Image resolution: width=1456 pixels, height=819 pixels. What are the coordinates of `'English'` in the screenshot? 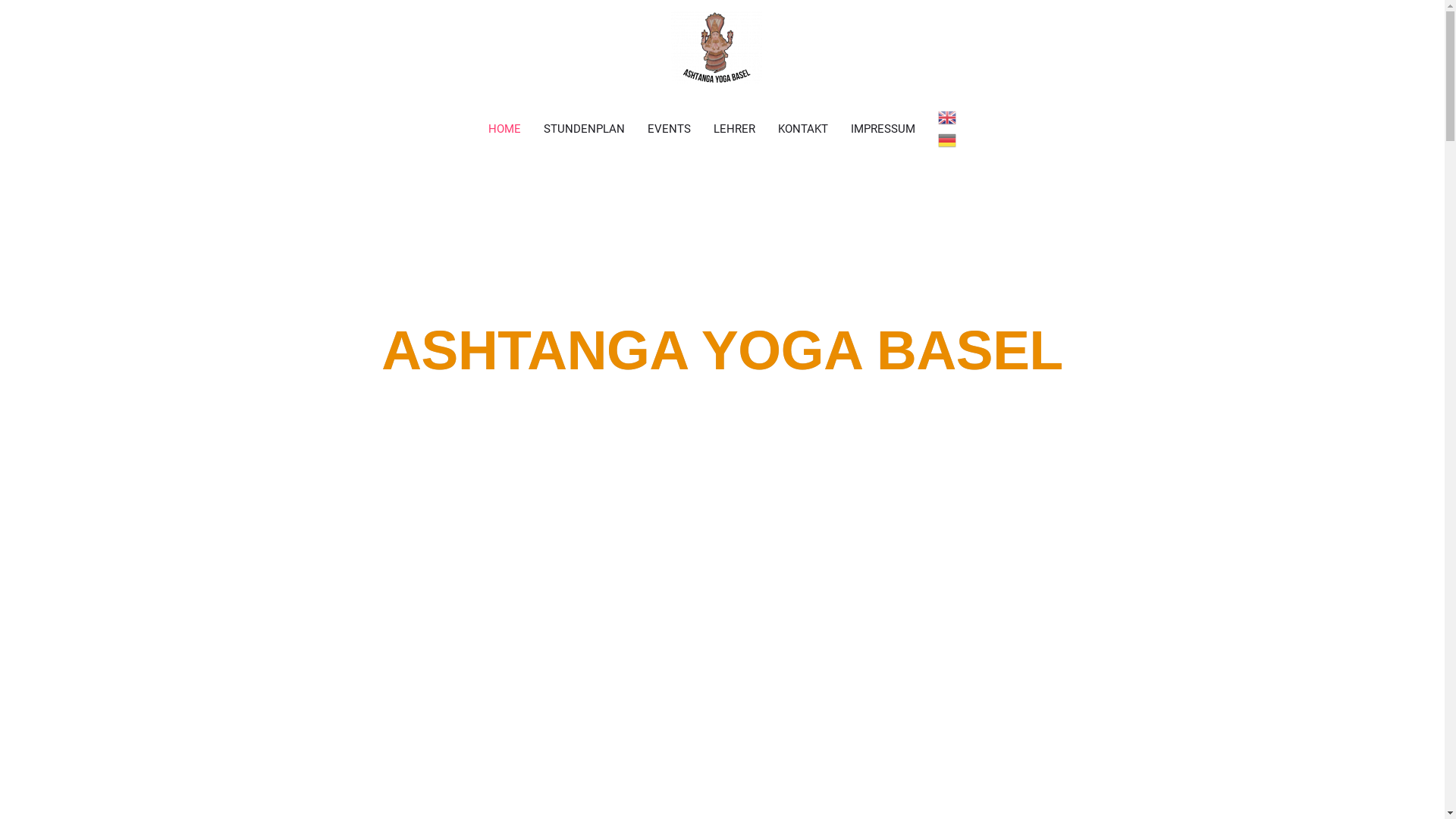 It's located at (946, 116).